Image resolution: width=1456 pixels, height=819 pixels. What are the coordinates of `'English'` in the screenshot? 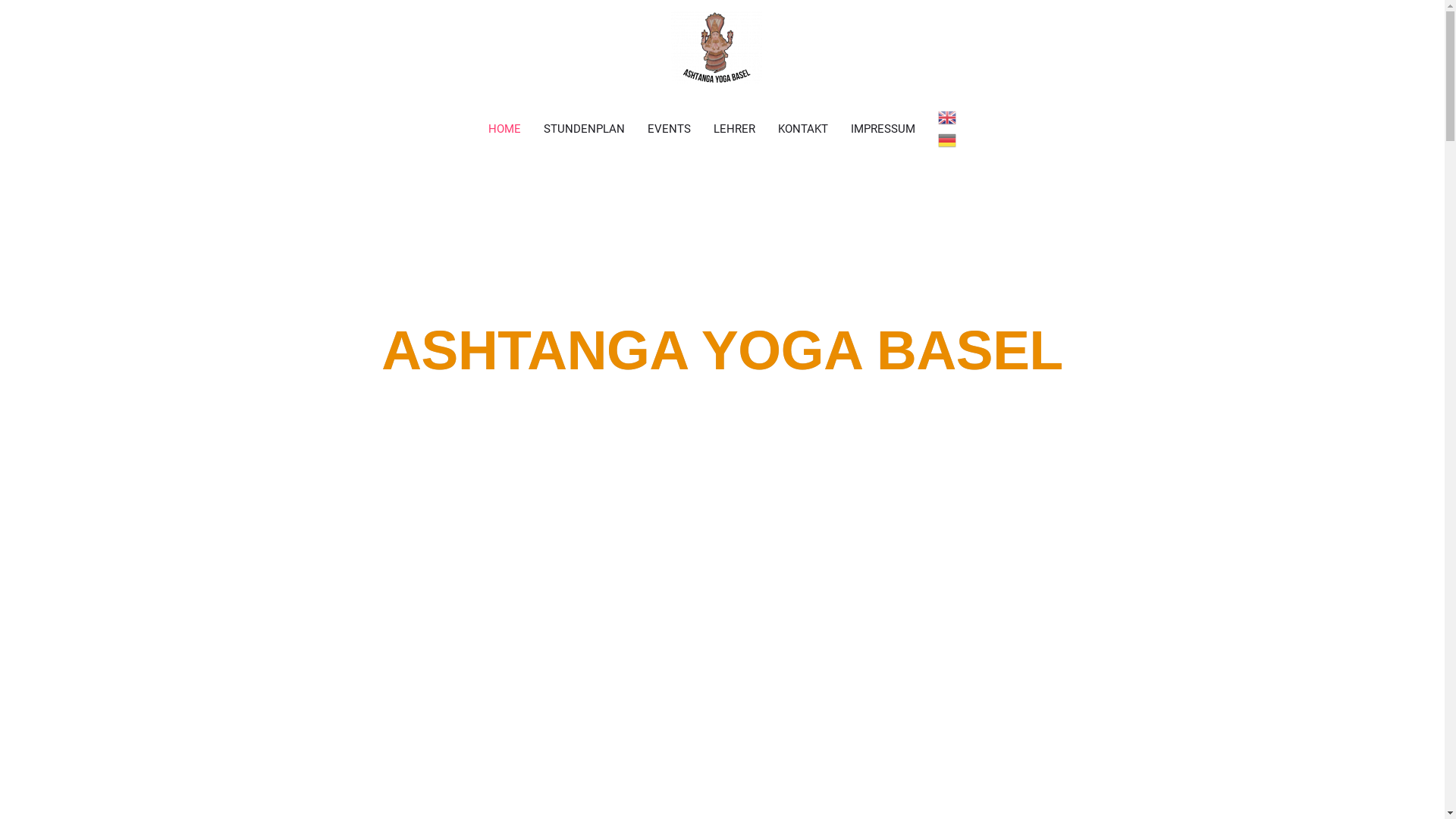 It's located at (946, 116).